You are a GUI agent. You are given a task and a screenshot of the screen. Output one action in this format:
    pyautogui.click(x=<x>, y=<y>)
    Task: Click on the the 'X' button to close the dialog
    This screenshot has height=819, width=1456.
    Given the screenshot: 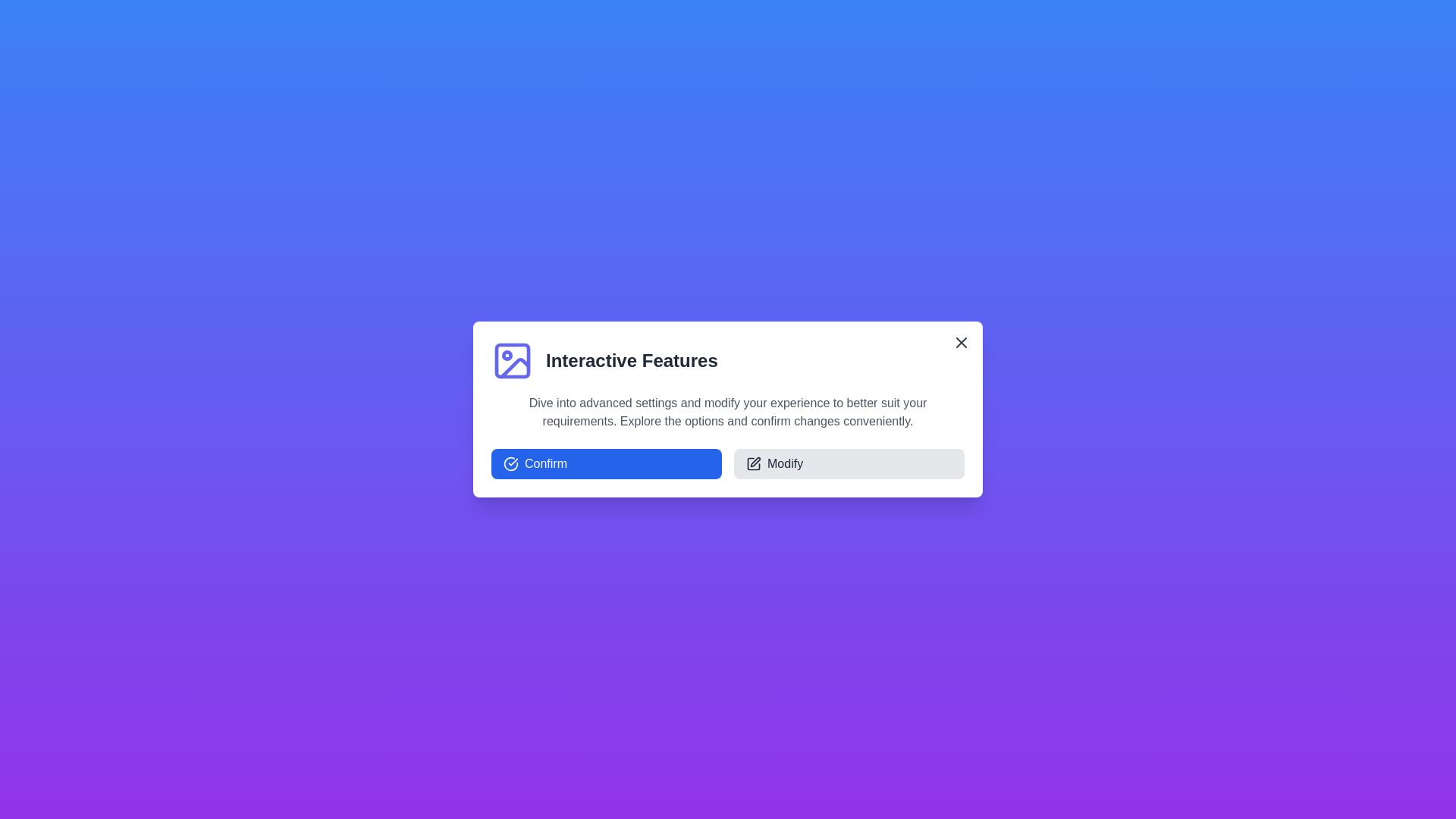 What is the action you would take?
    pyautogui.click(x=960, y=342)
    